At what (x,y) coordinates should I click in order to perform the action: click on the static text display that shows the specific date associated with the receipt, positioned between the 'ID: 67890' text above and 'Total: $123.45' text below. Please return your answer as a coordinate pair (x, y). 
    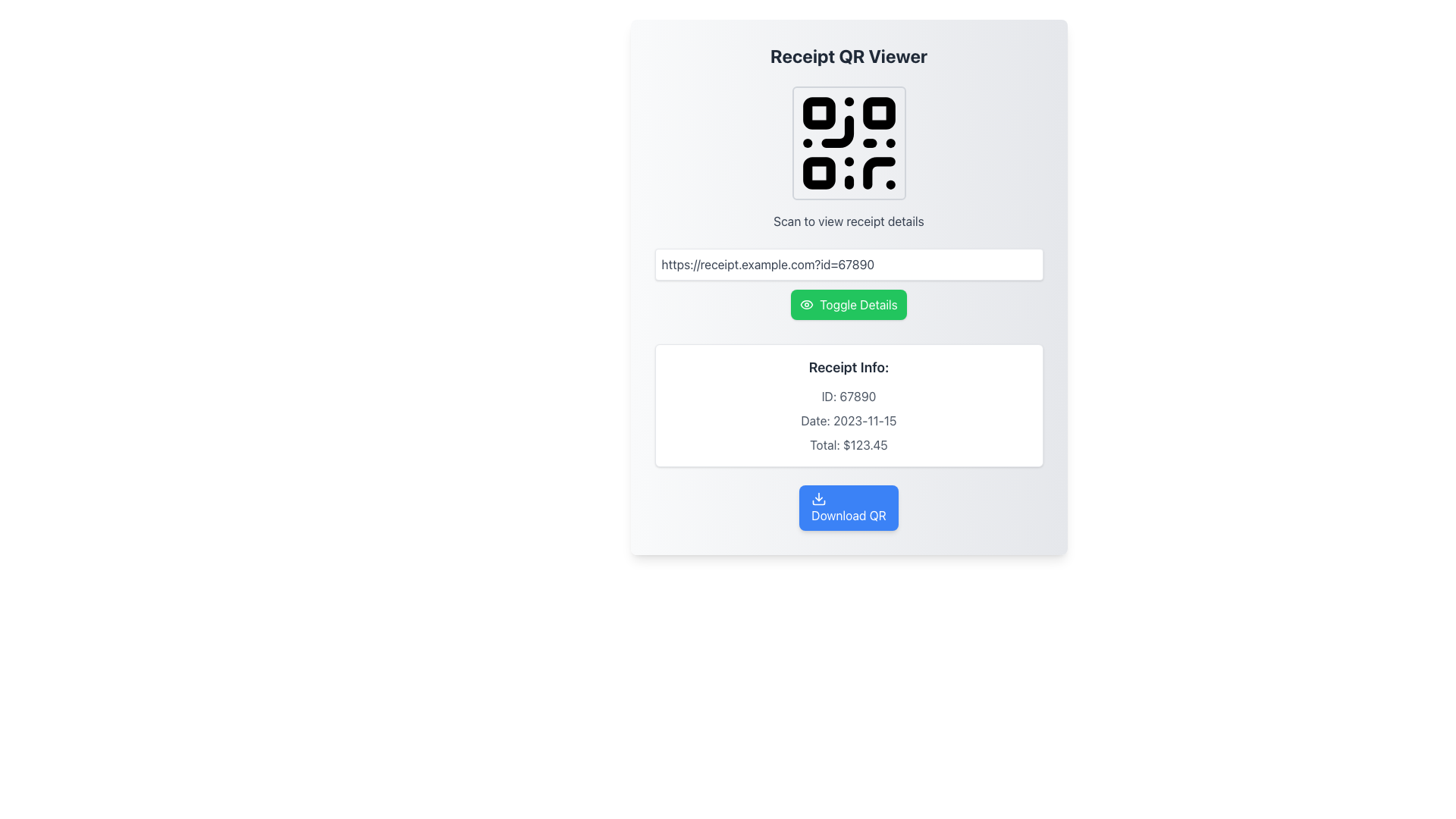
    Looking at the image, I should click on (848, 421).